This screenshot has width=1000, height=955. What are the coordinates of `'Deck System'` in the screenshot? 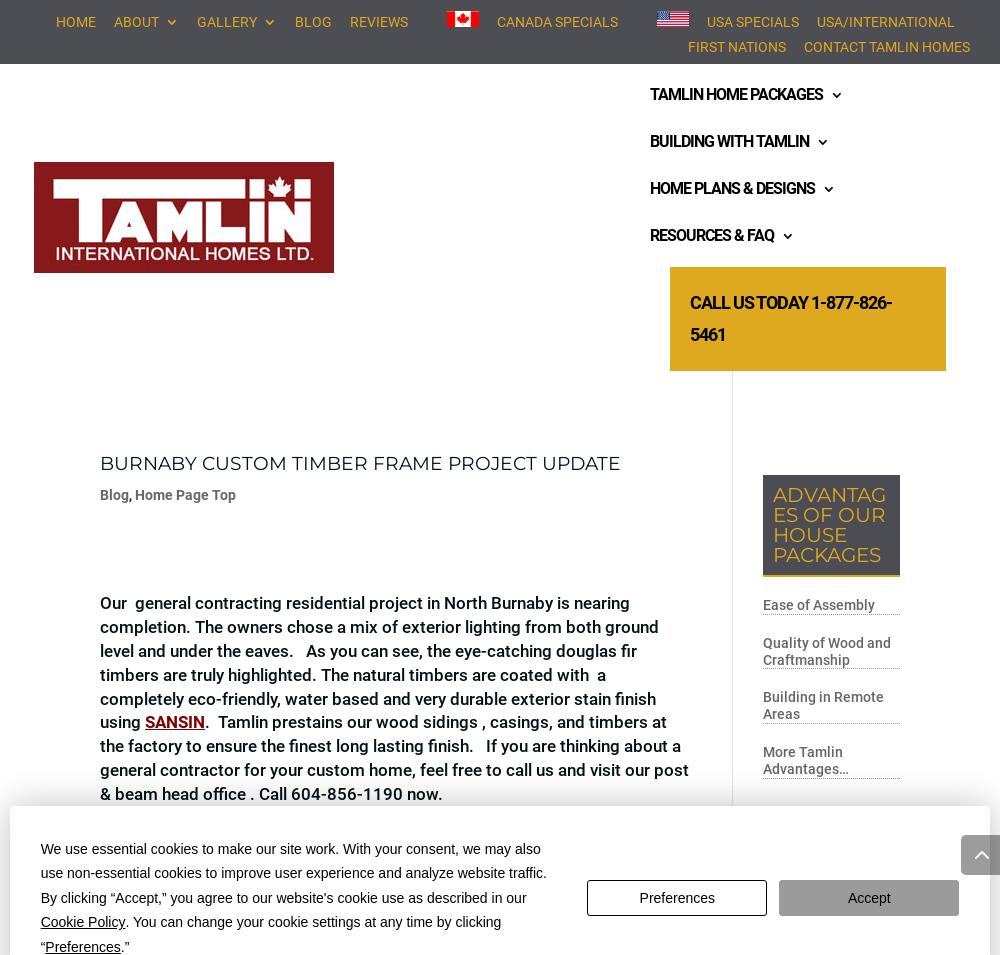 It's located at (491, 558).